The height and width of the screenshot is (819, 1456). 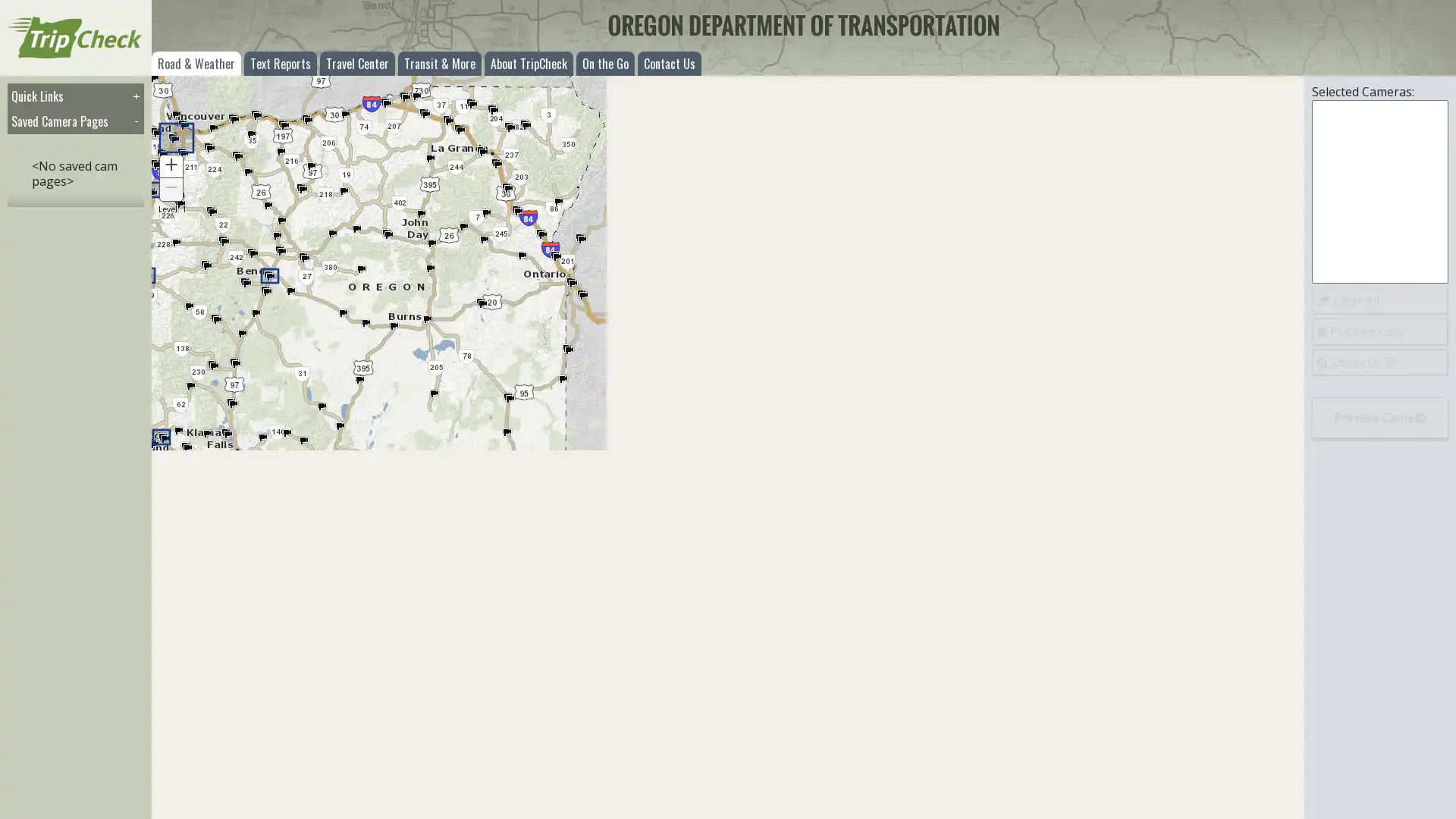 What do you see at coordinates (171, 166) in the screenshot?
I see `Zoom In` at bounding box center [171, 166].